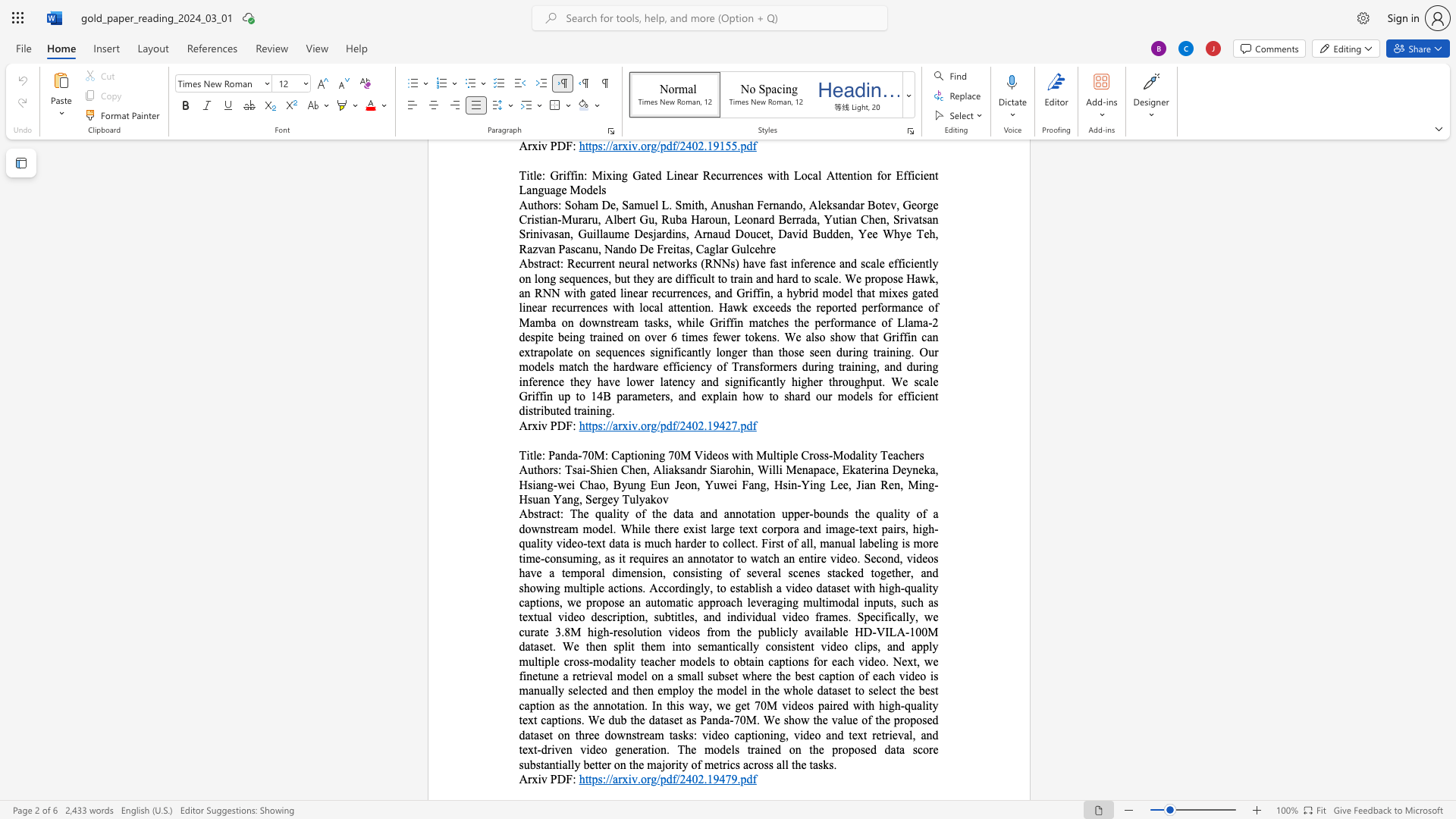 The height and width of the screenshot is (819, 1456). What do you see at coordinates (658, 779) in the screenshot?
I see `the 3th character "/" in the text` at bounding box center [658, 779].